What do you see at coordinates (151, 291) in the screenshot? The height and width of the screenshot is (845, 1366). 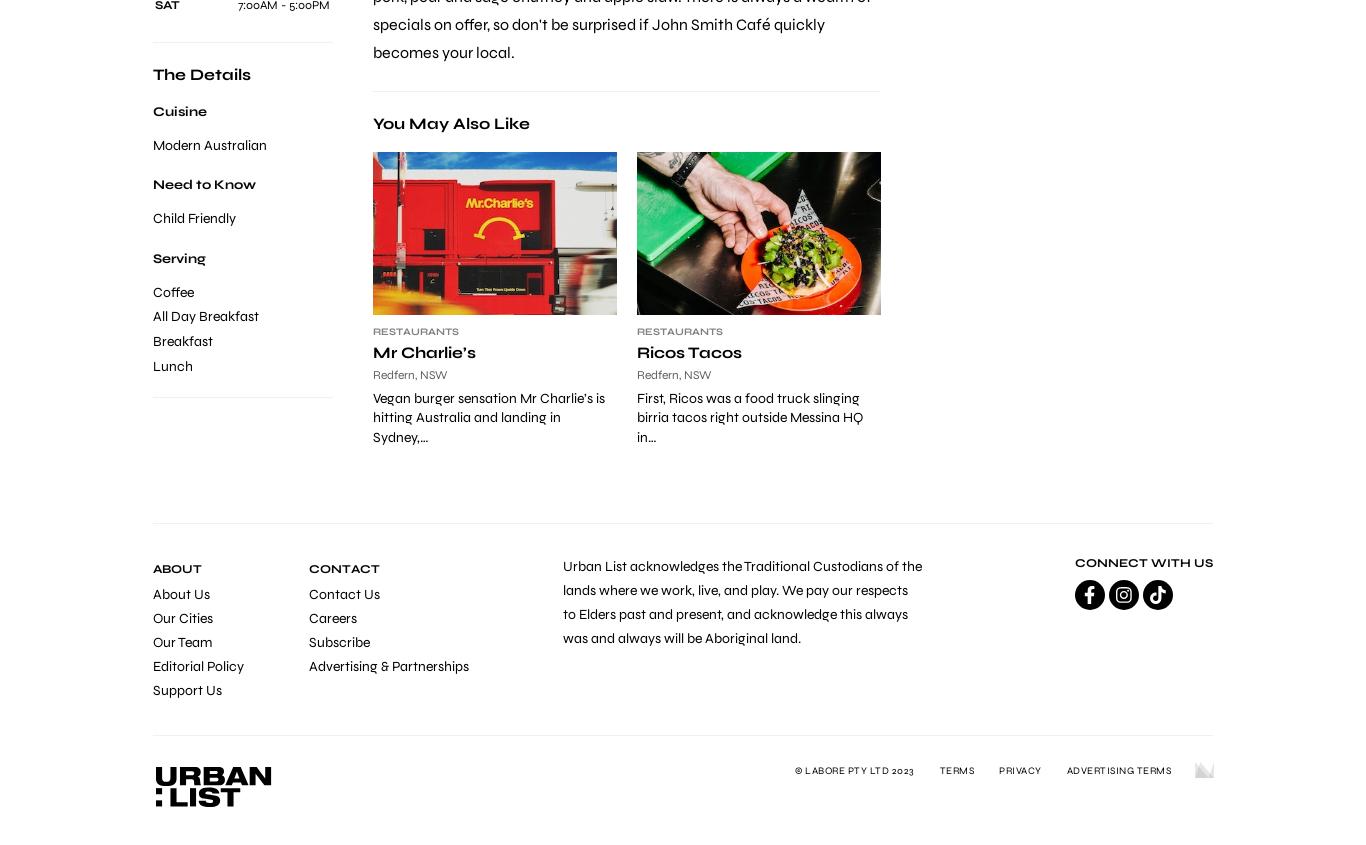 I see `'Coffee'` at bounding box center [151, 291].